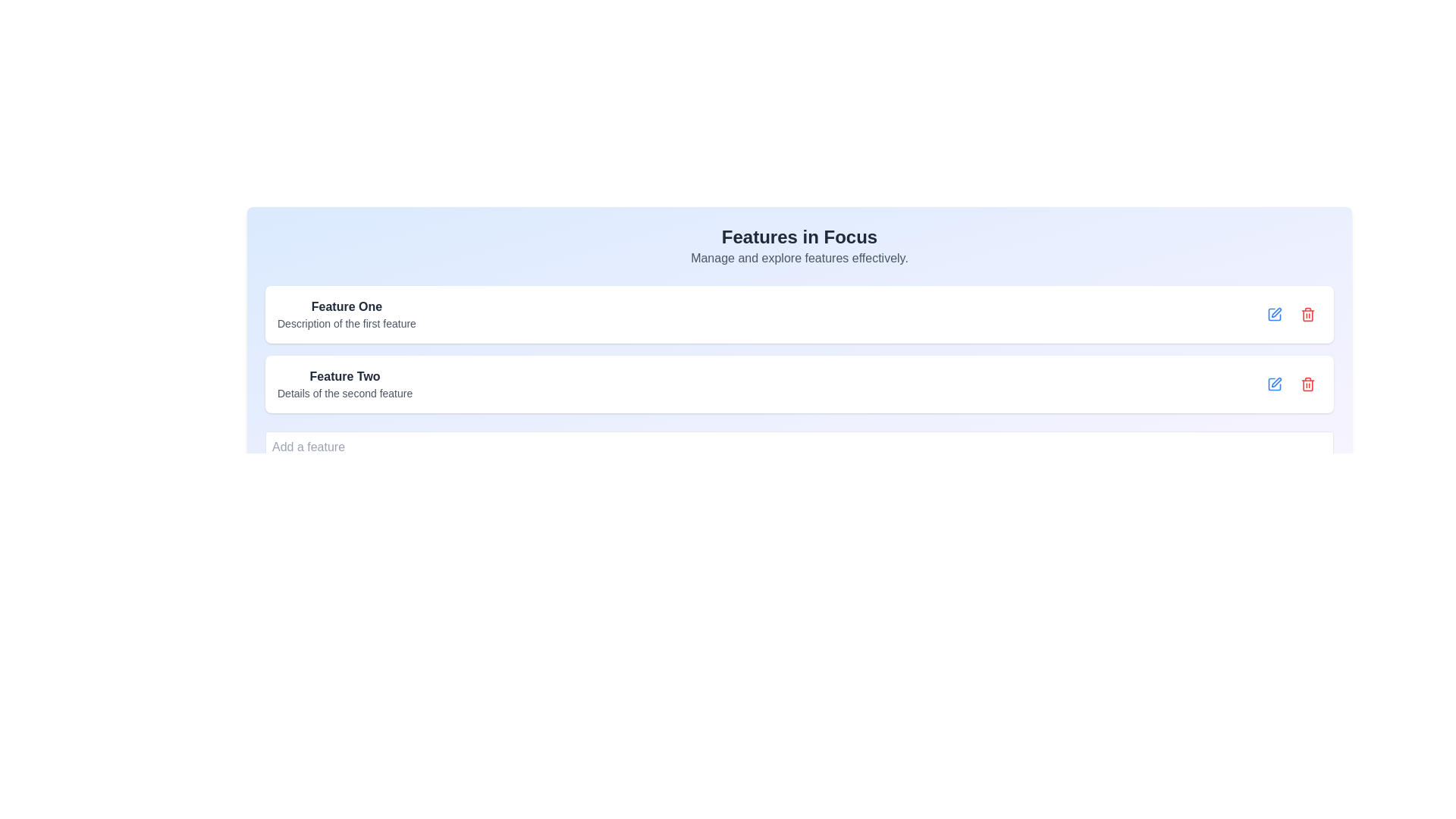 Image resolution: width=1456 pixels, height=819 pixels. What do you see at coordinates (1307, 383) in the screenshot?
I see `the trash icon button, which is red and designed to represent a delete action` at bounding box center [1307, 383].